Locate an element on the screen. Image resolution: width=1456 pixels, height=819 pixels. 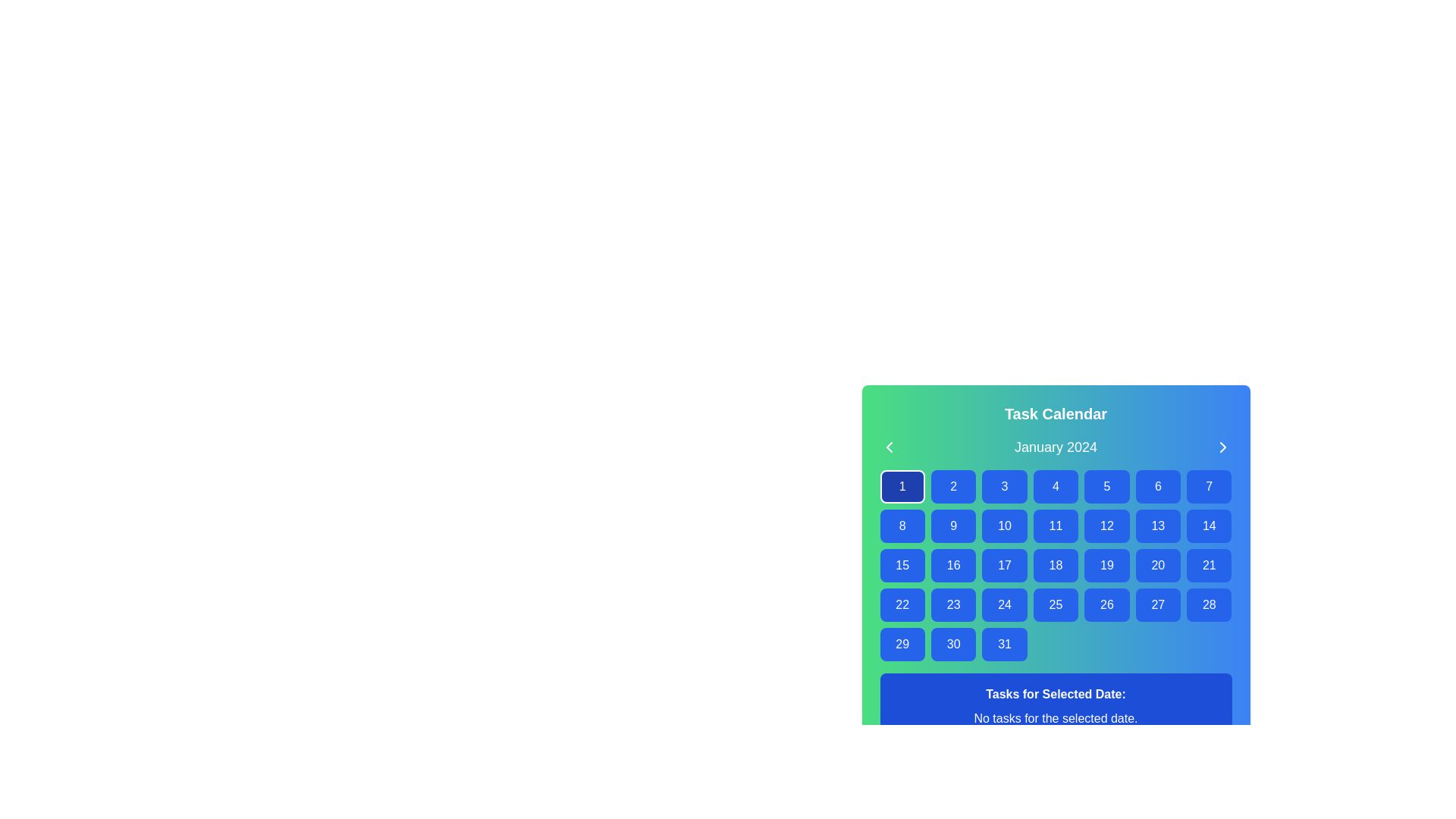
the button representing the date '12' in the January 2024 calendar is located at coordinates (1106, 526).